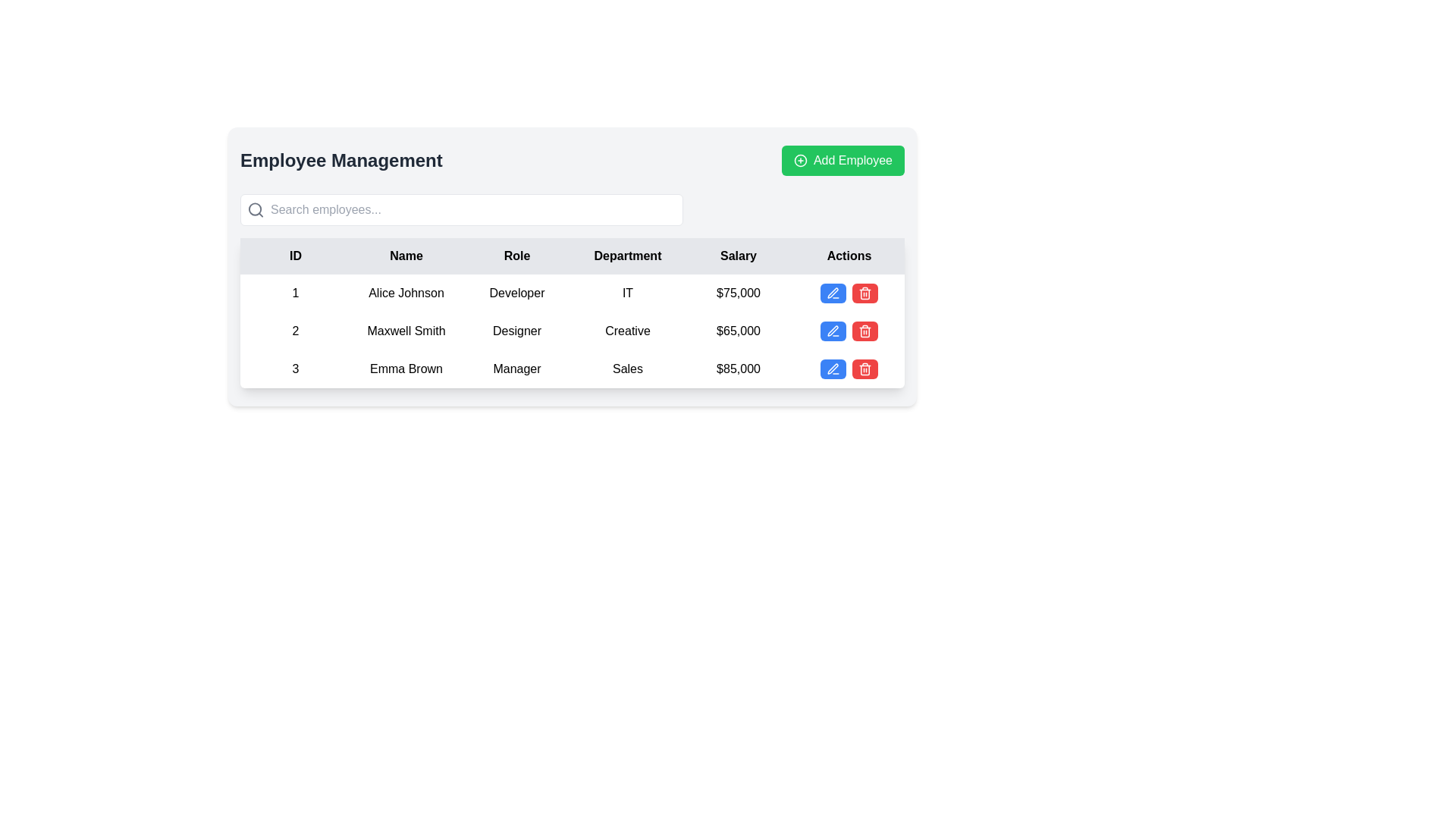  I want to click on the 'Name' column header in the table, which is the second column header with a light gray background and bold black text, so click(406, 256).